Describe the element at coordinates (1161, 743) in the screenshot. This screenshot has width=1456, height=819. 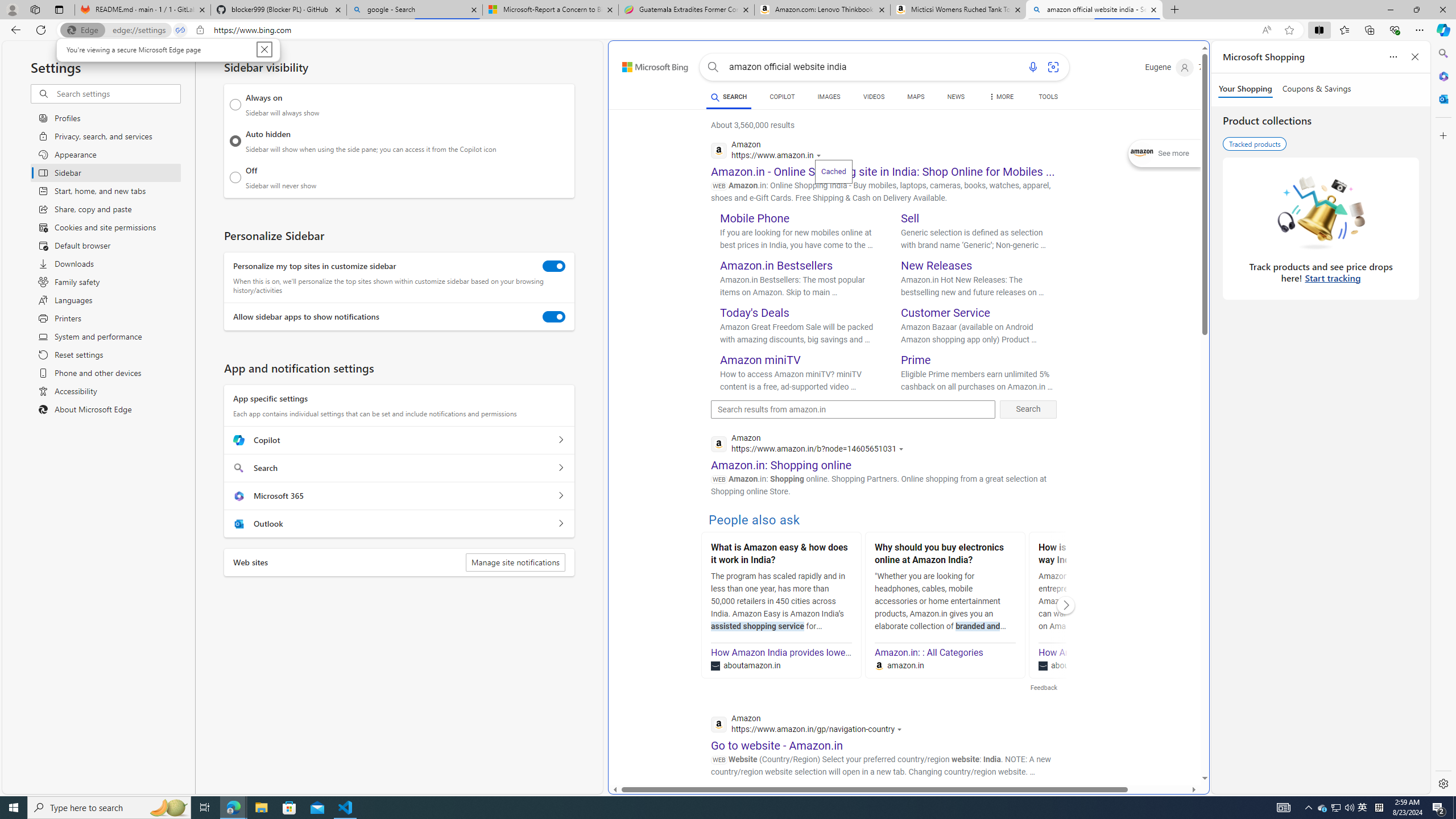
I see `'AutomationID: mfa_root'` at that location.